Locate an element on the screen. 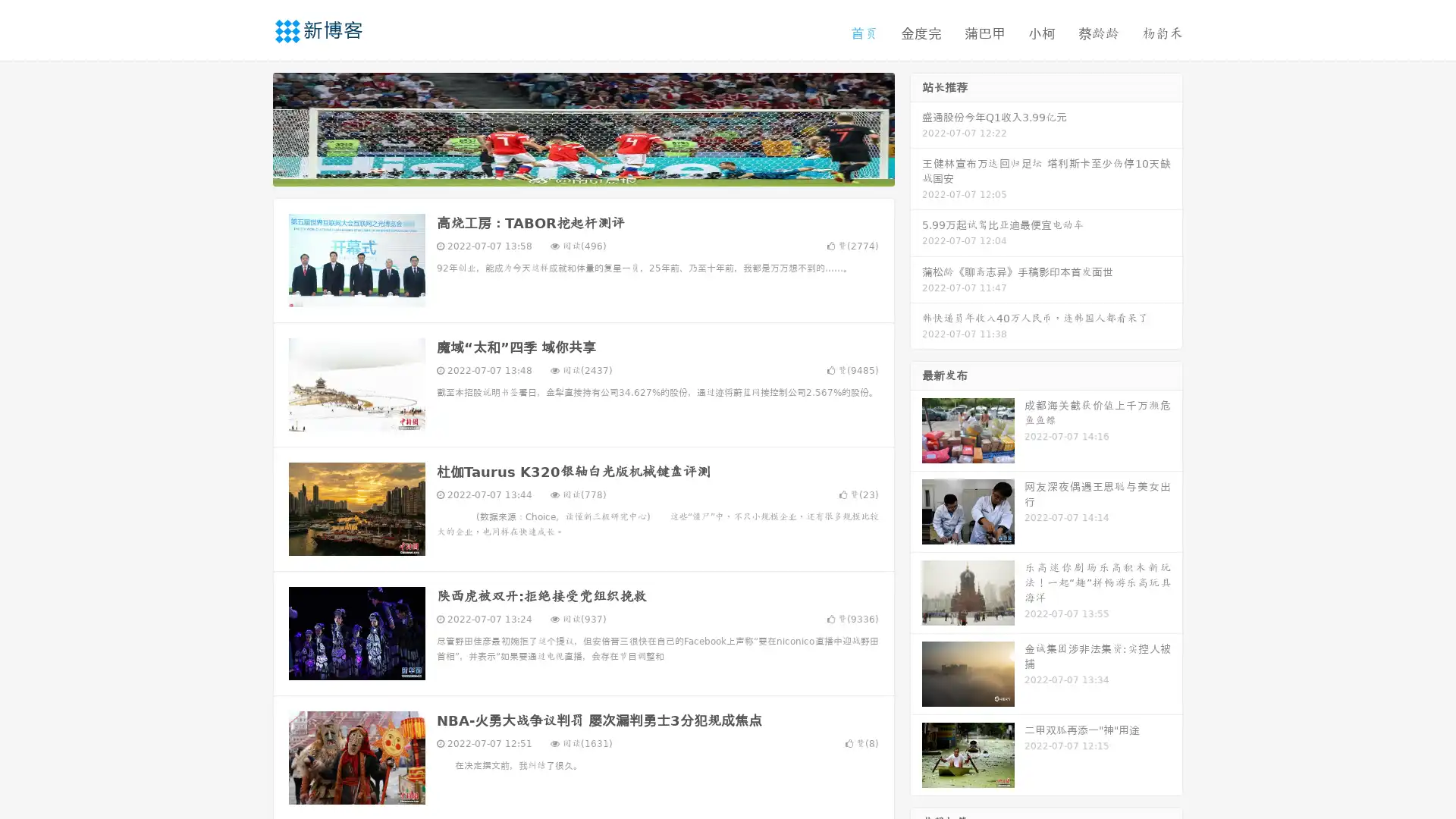  Go to slide 3 is located at coordinates (598, 171).